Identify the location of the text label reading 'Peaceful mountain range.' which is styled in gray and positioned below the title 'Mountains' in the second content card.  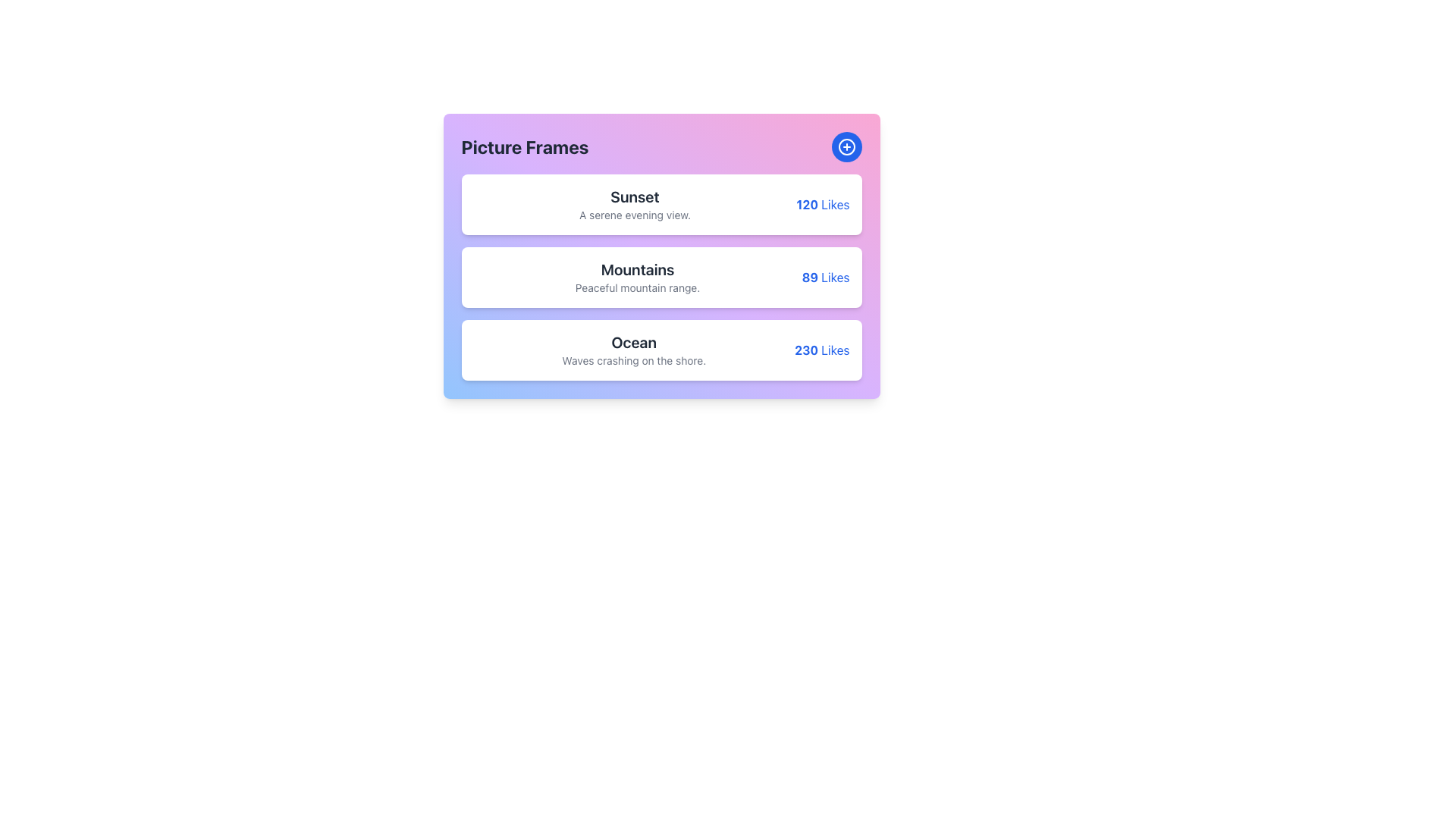
(638, 288).